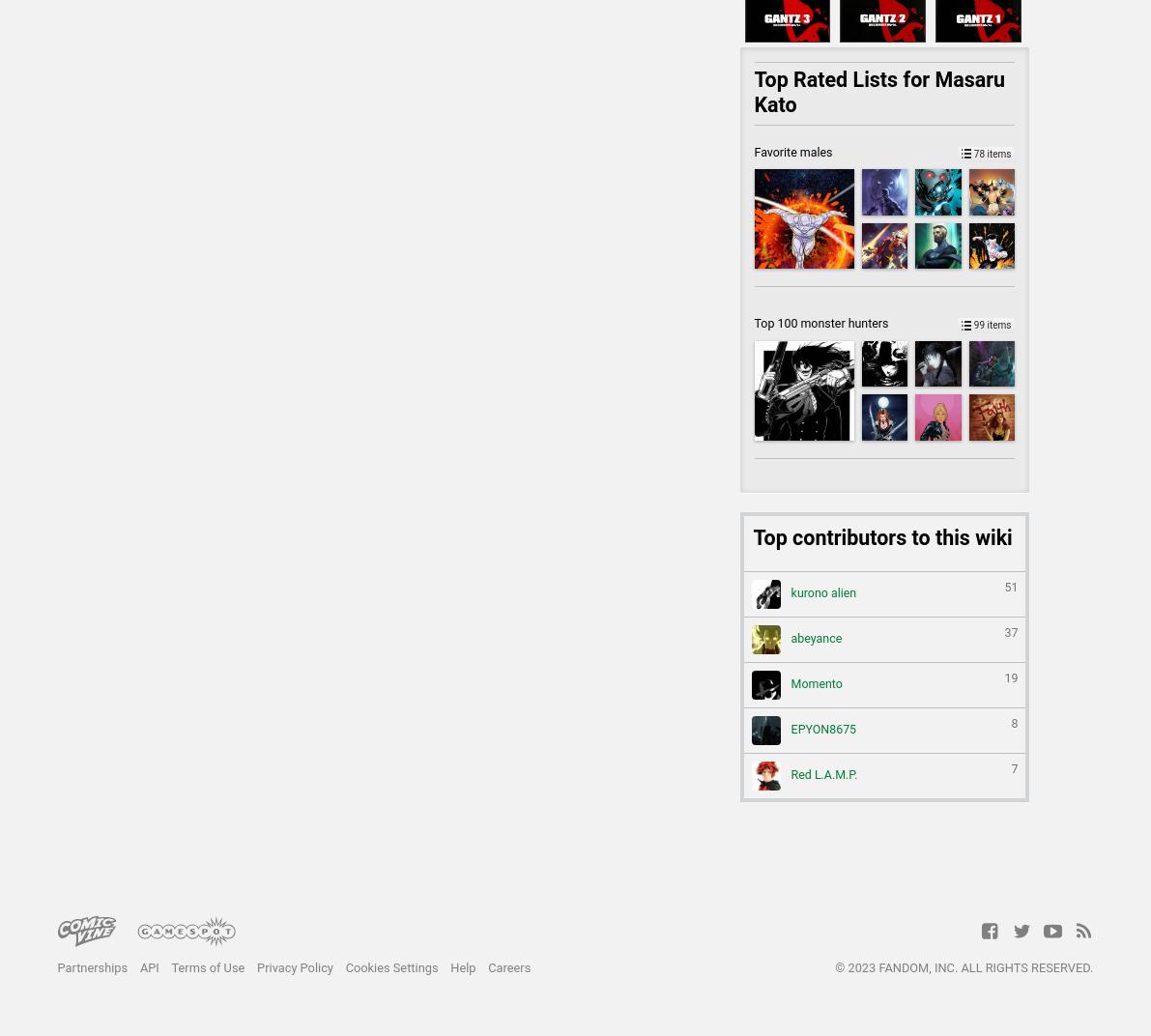 The image size is (1151, 1036). Describe the element at coordinates (821, 774) in the screenshot. I see `'Red L.A.M.P.'` at that location.